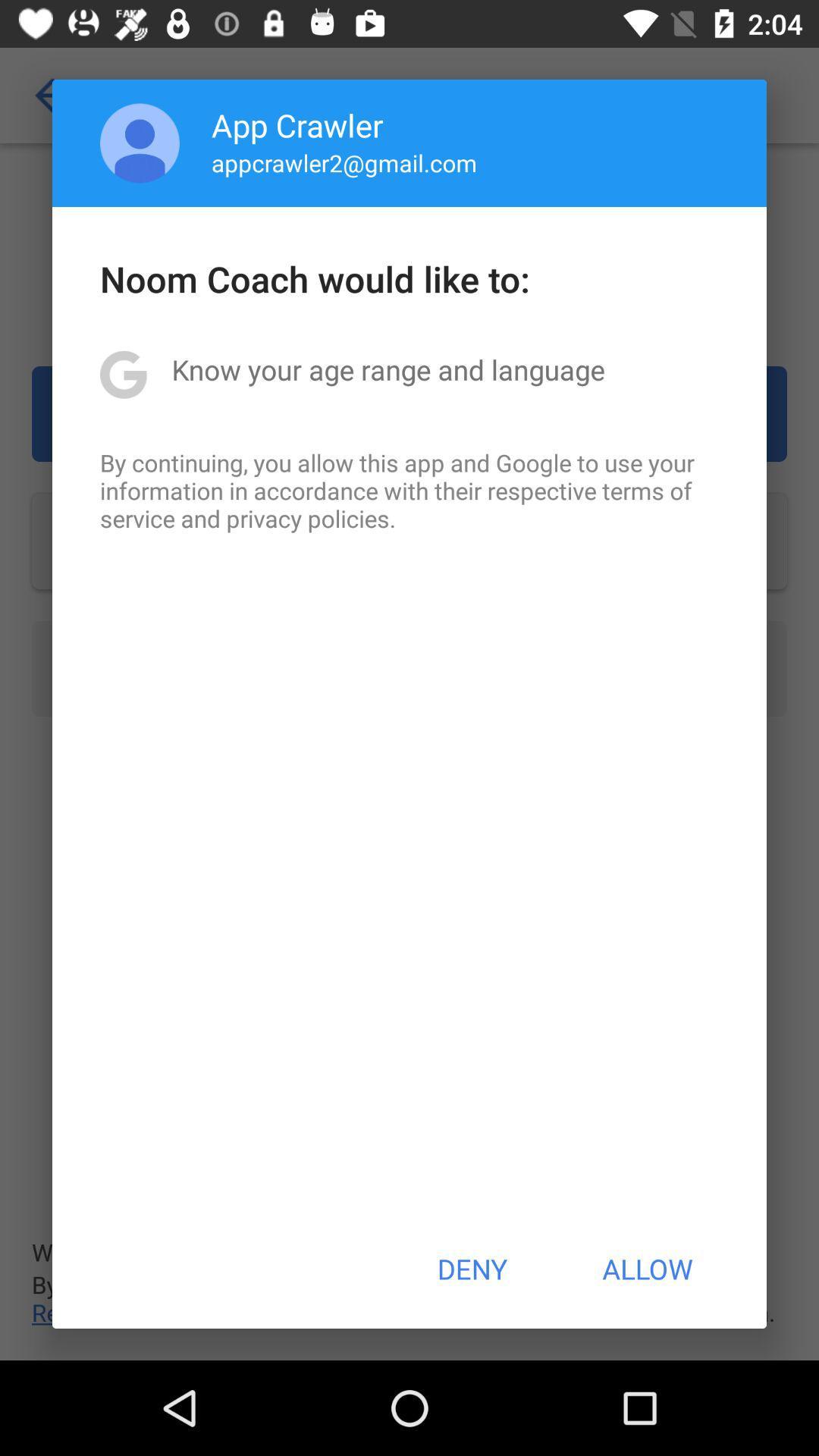 The height and width of the screenshot is (1456, 819). What do you see at coordinates (471, 1269) in the screenshot?
I see `the icon next to allow button` at bounding box center [471, 1269].